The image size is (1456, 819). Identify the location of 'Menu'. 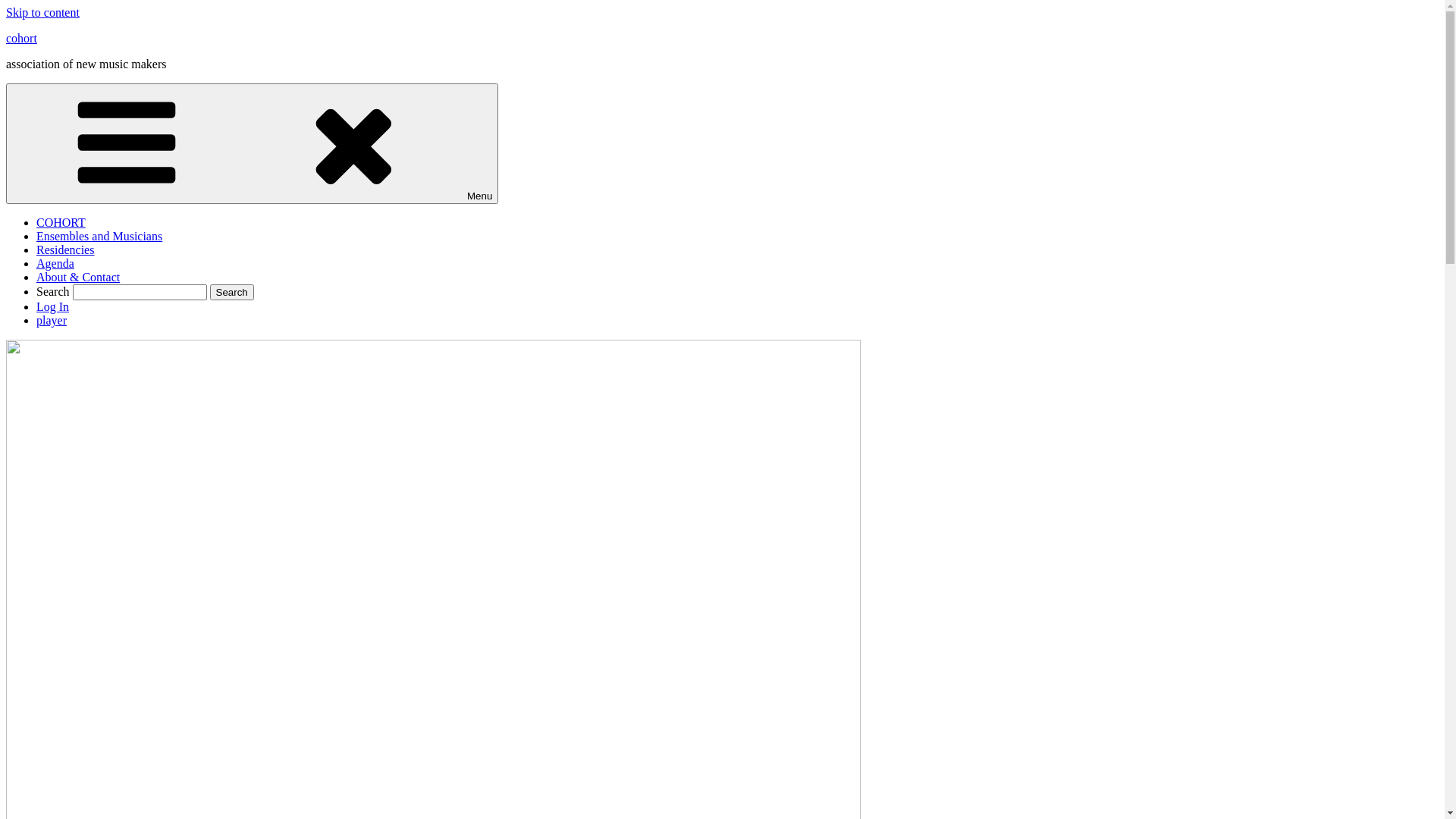
(252, 143).